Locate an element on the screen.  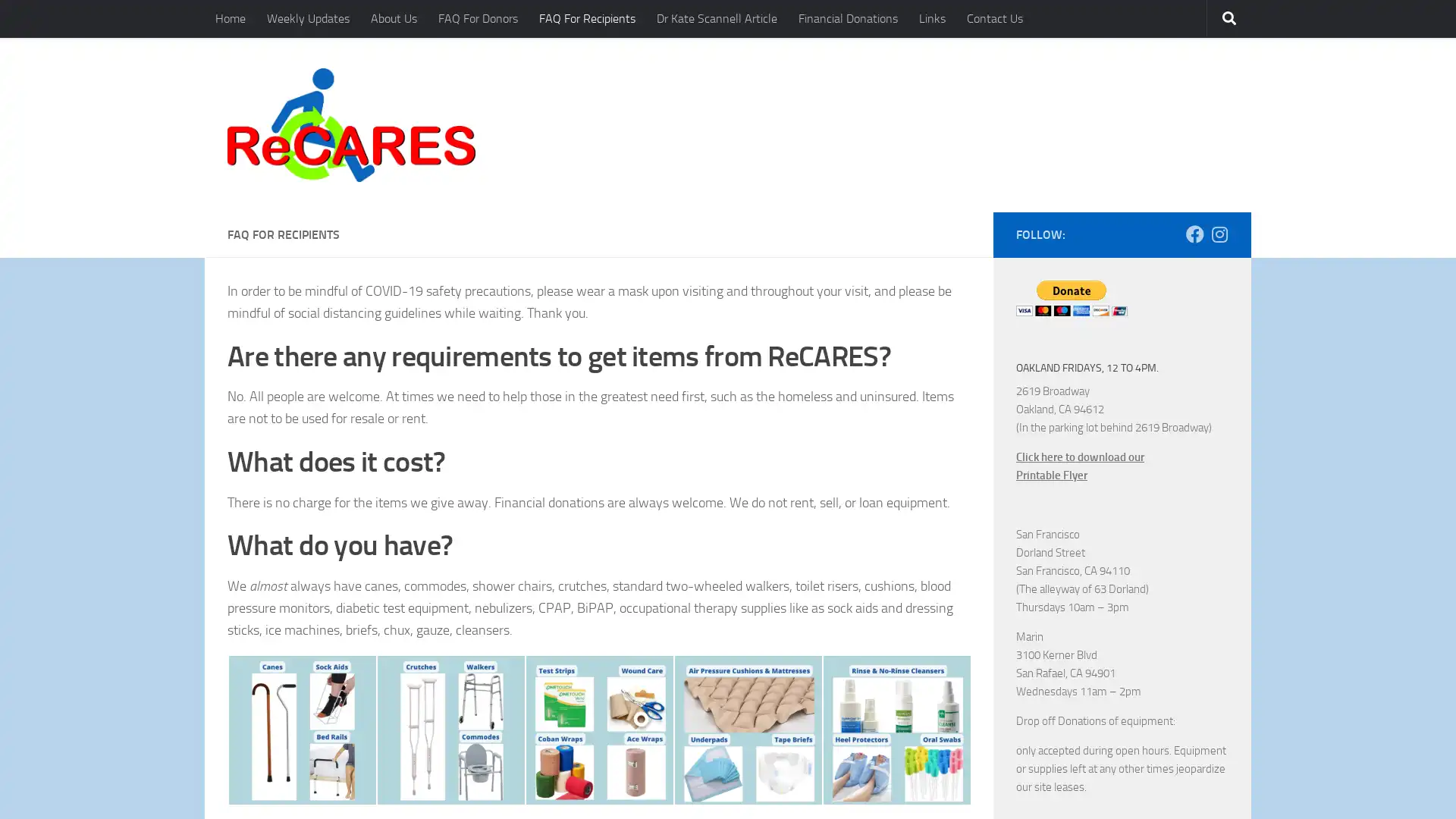
Donate with PayPal button is located at coordinates (1071, 297).